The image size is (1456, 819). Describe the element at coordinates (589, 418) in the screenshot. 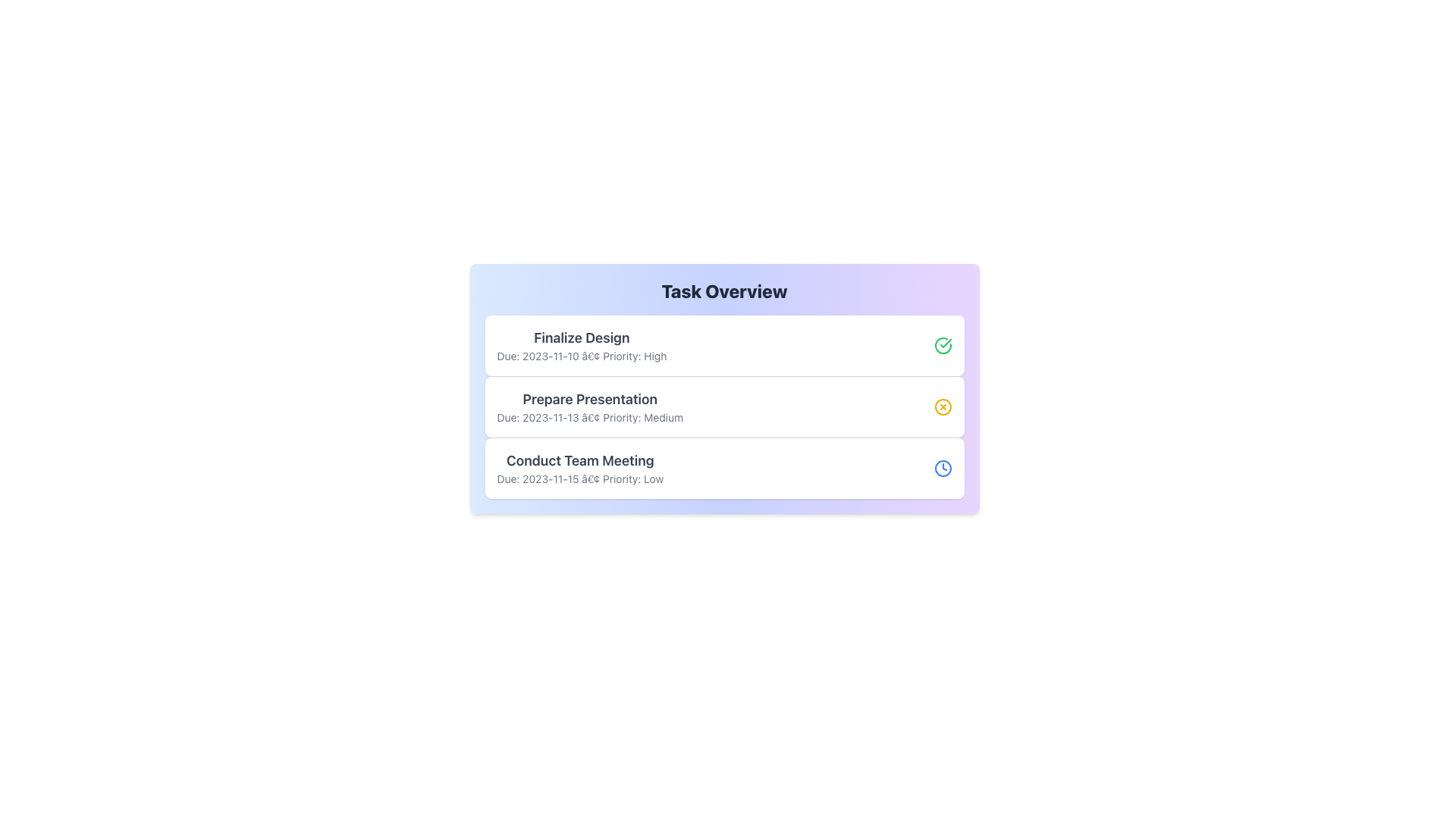

I see `the text label displaying 'Due: 2023-11-13 • Priority: Medium' located beneath the 'Prepare Presentation' task in the task list interface` at that location.